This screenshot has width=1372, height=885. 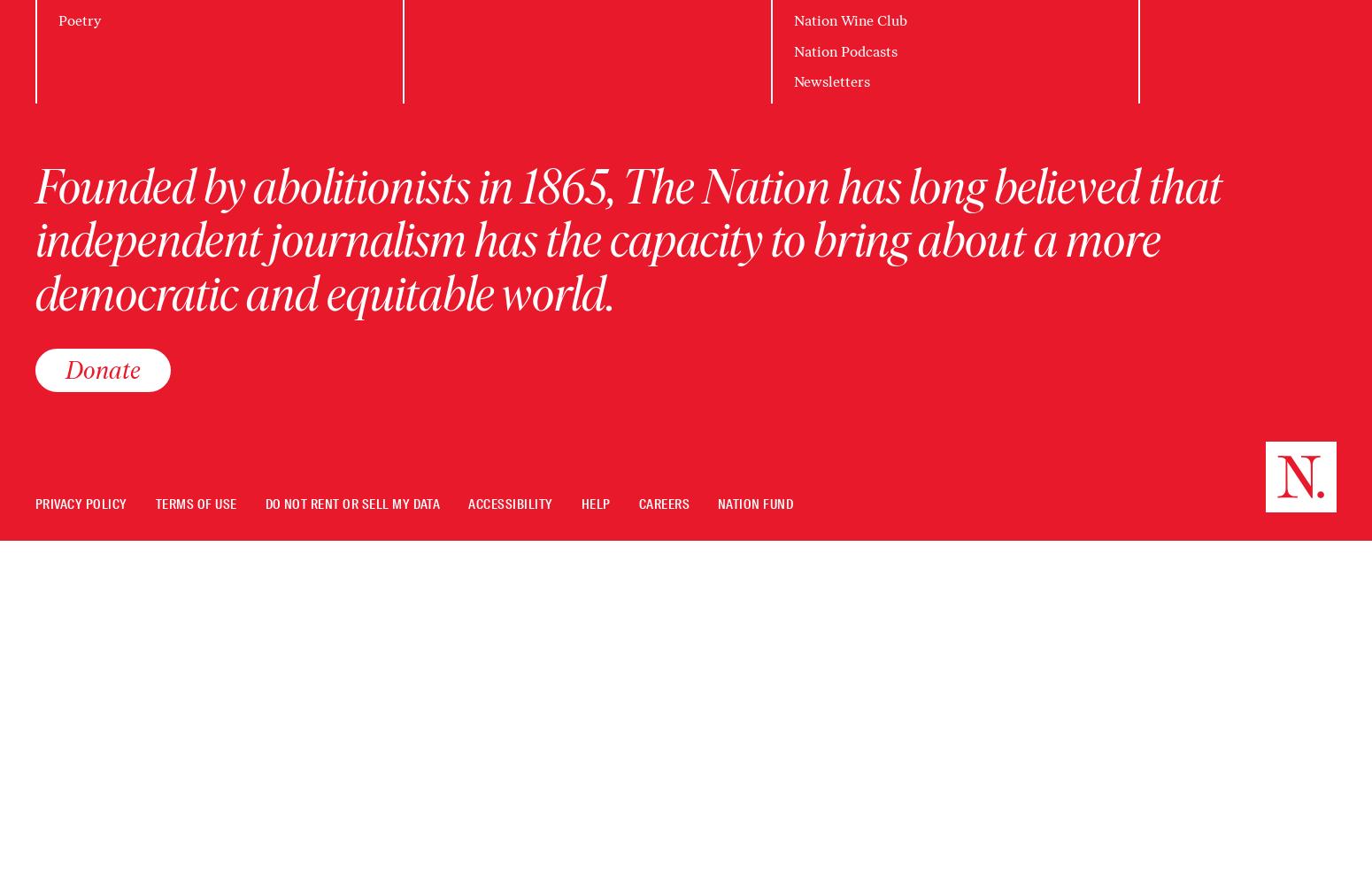 What do you see at coordinates (829, 81) in the screenshot?
I see `'Newsletters'` at bounding box center [829, 81].